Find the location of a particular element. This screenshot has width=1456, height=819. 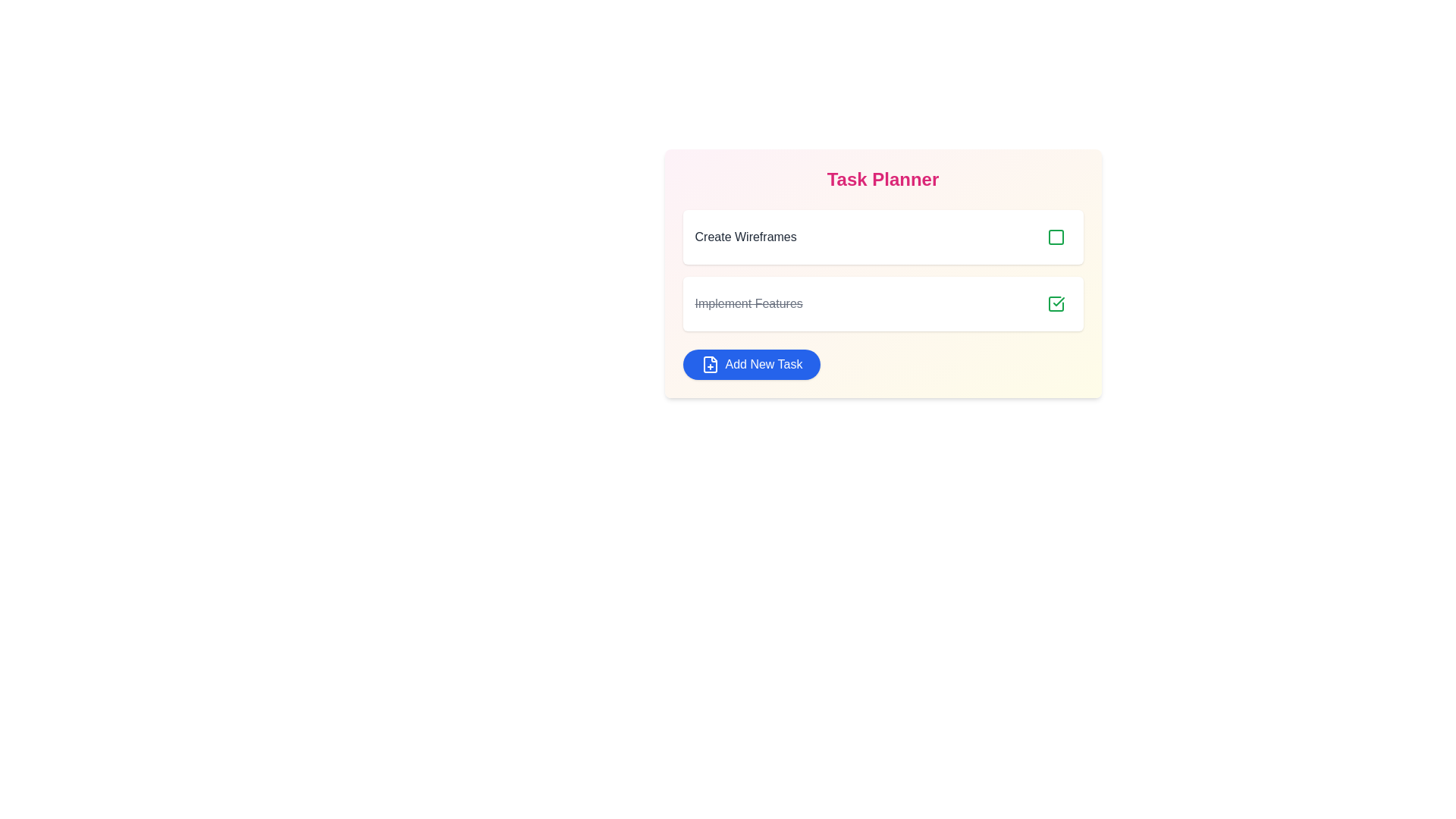

the green checkmark checkbox element located at the far right of the 'Implement Features' task row is located at coordinates (1055, 304).